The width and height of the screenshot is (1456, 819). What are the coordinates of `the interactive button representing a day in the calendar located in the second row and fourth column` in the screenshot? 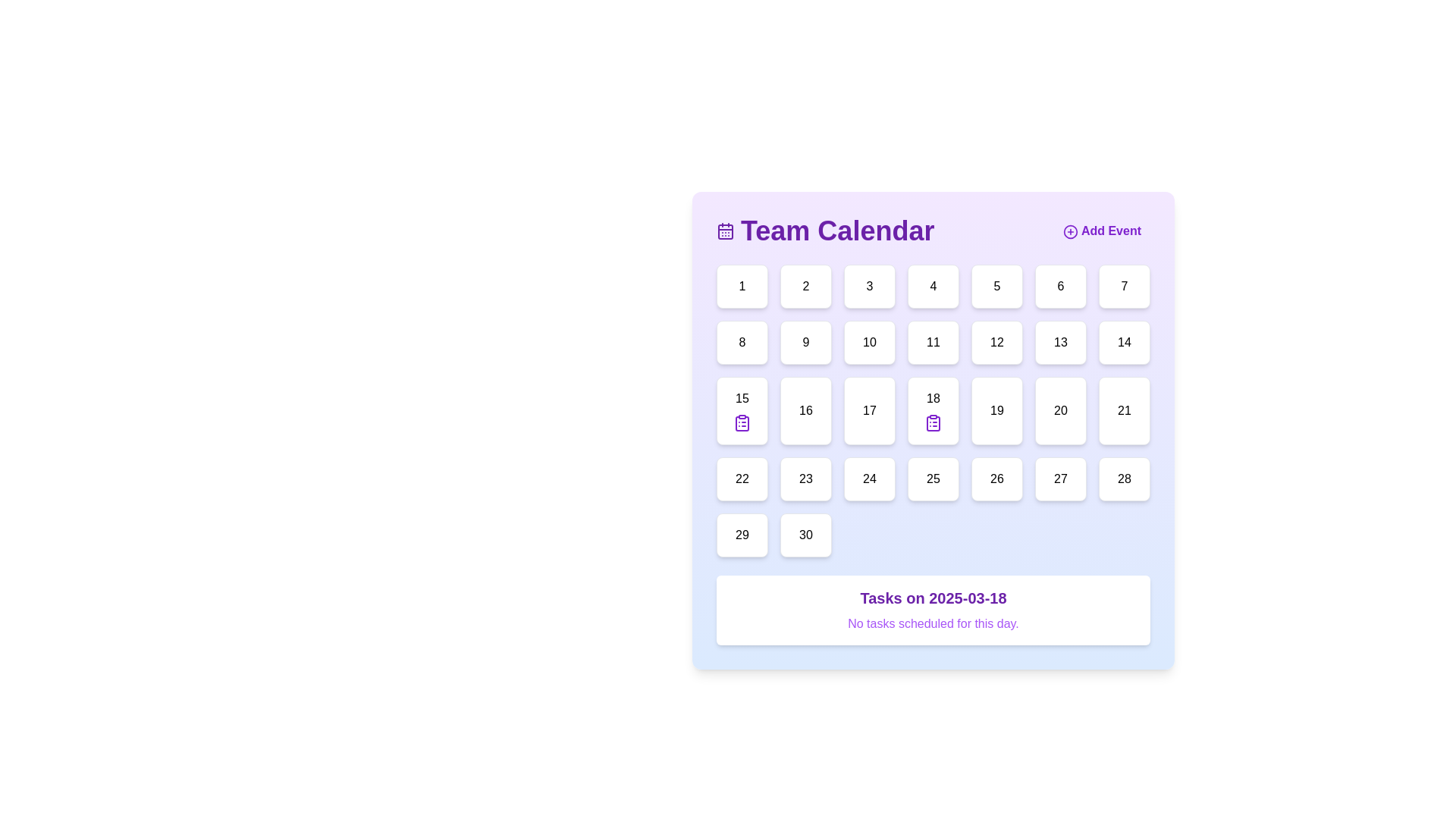 It's located at (932, 342).